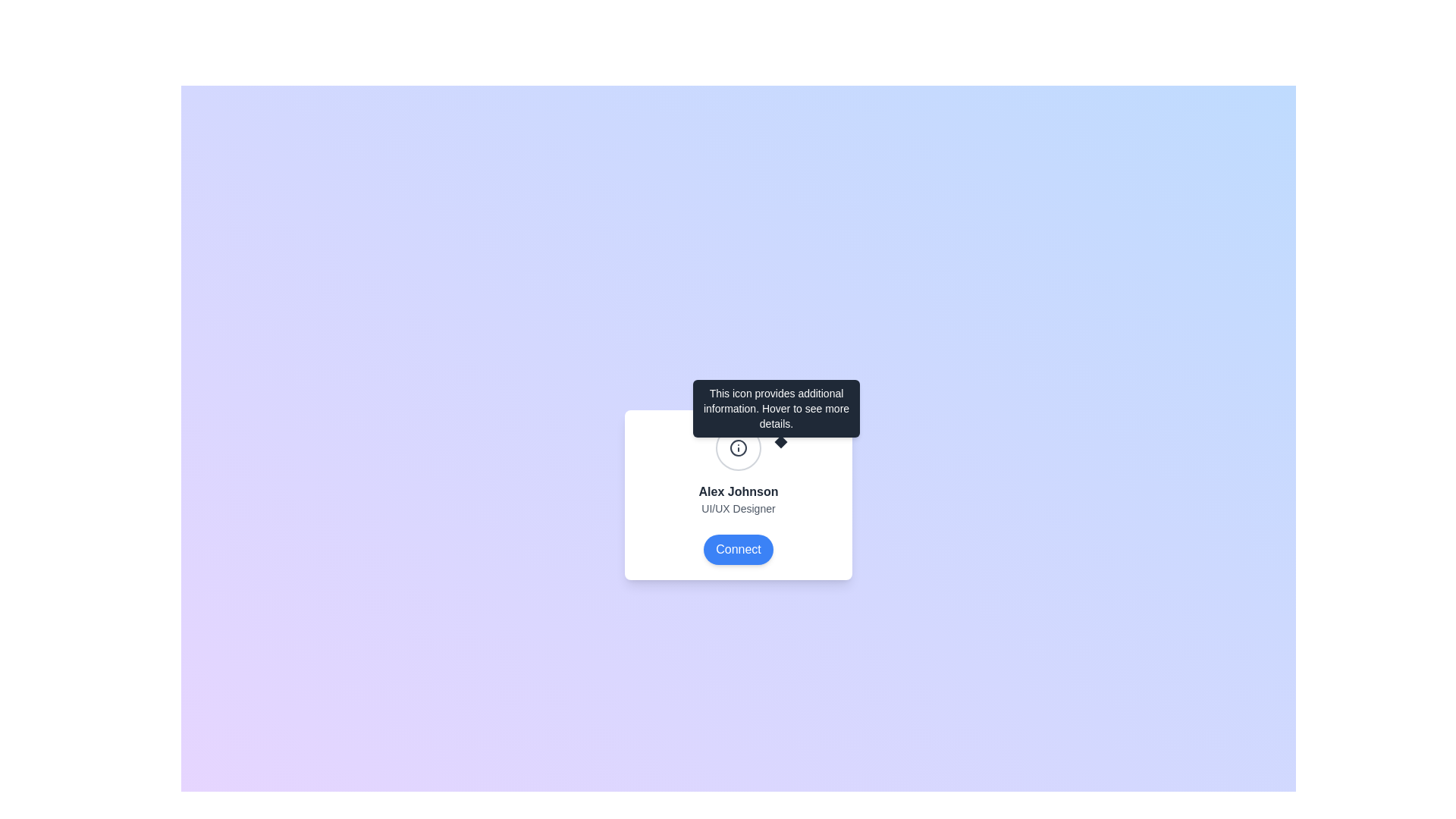 The image size is (1456, 819). What do you see at coordinates (739, 447) in the screenshot?
I see `the circular element with a defined border that is part of the information icon located at the top center of the user card displaying details for 'Alex Johnson, UI/UX Designer.'` at bounding box center [739, 447].